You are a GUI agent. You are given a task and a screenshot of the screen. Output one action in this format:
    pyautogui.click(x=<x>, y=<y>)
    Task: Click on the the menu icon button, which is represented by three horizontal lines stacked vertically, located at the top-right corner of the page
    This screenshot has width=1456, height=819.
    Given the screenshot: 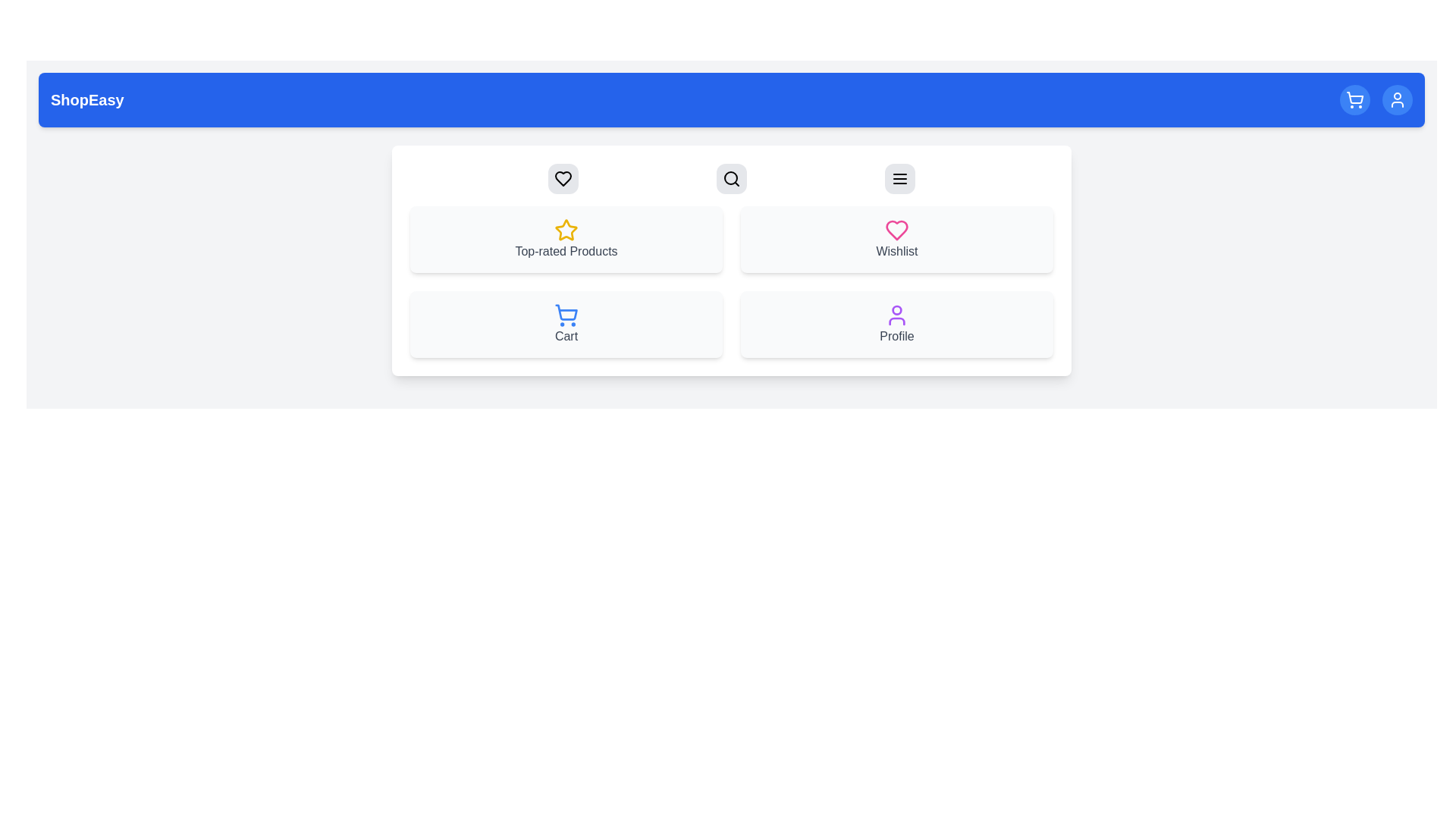 What is the action you would take?
    pyautogui.click(x=899, y=177)
    